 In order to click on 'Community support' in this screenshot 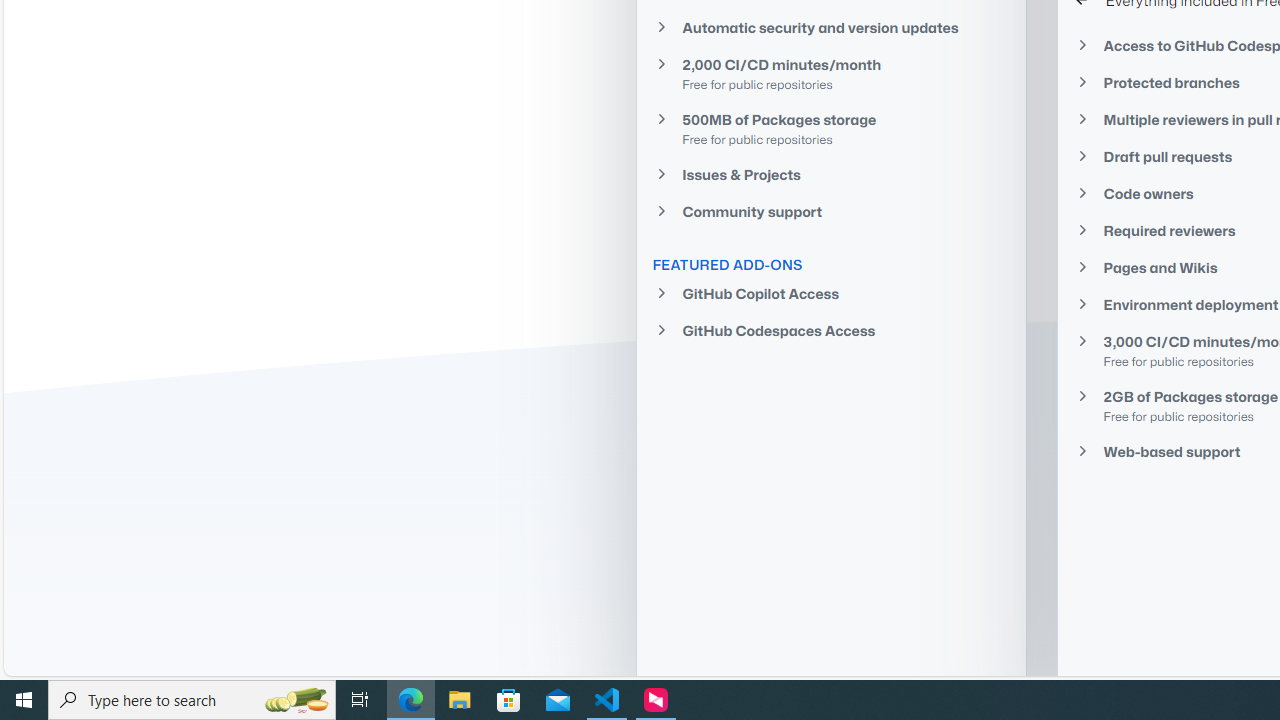, I will do `click(830, 211)`.